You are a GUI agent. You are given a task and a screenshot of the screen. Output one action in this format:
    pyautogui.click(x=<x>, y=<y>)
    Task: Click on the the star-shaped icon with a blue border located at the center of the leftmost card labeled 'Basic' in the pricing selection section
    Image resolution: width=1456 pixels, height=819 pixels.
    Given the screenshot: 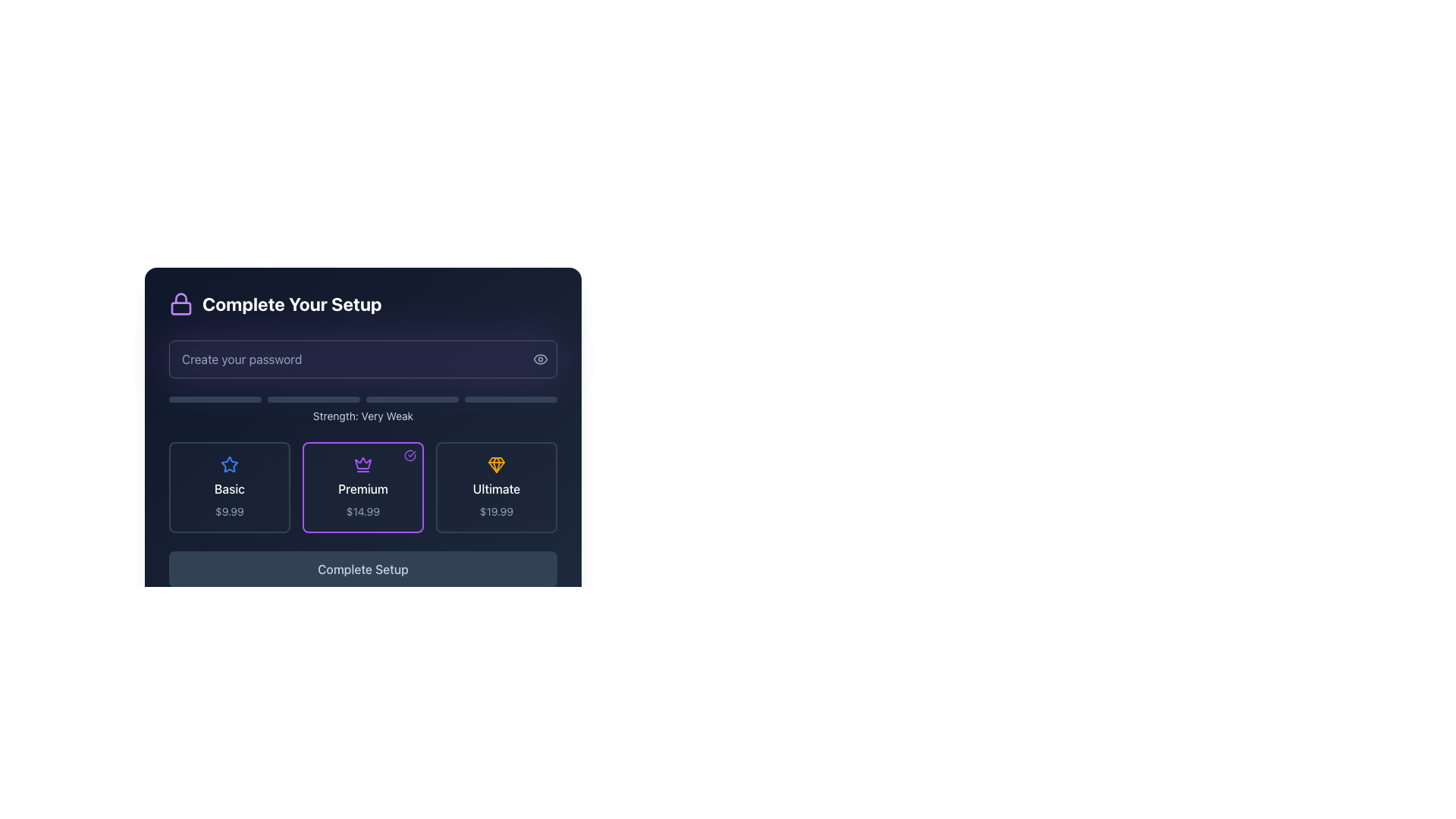 What is the action you would take?
    pyautogui.click(x=228, y=463)
    